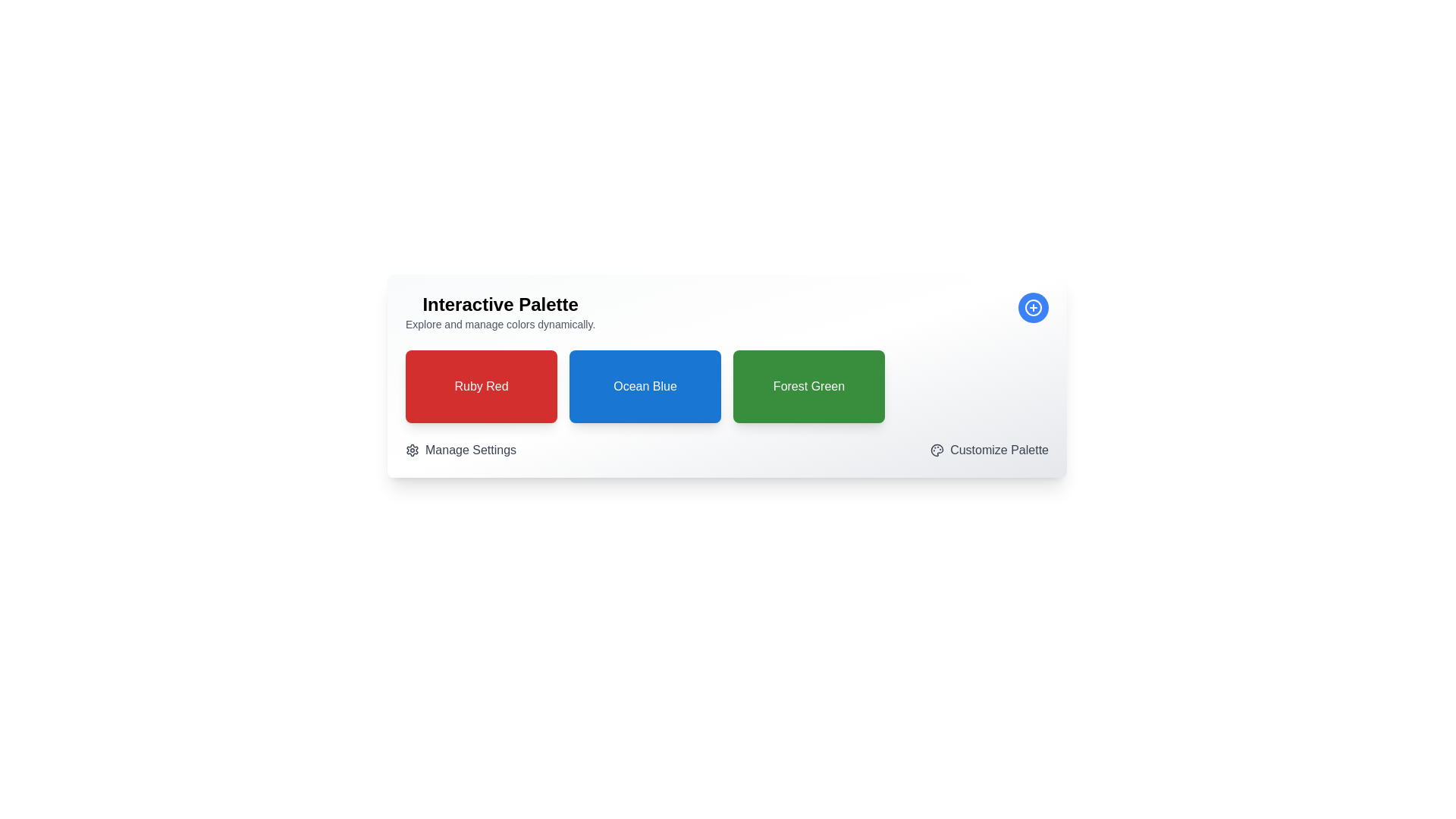 This screenshot has width=1456, height=819. Describe the element at coordinates (1033, 307) in the screenshot. I see `the action button located at the top-right corner of the 'Interactive Palette' section` at that location.